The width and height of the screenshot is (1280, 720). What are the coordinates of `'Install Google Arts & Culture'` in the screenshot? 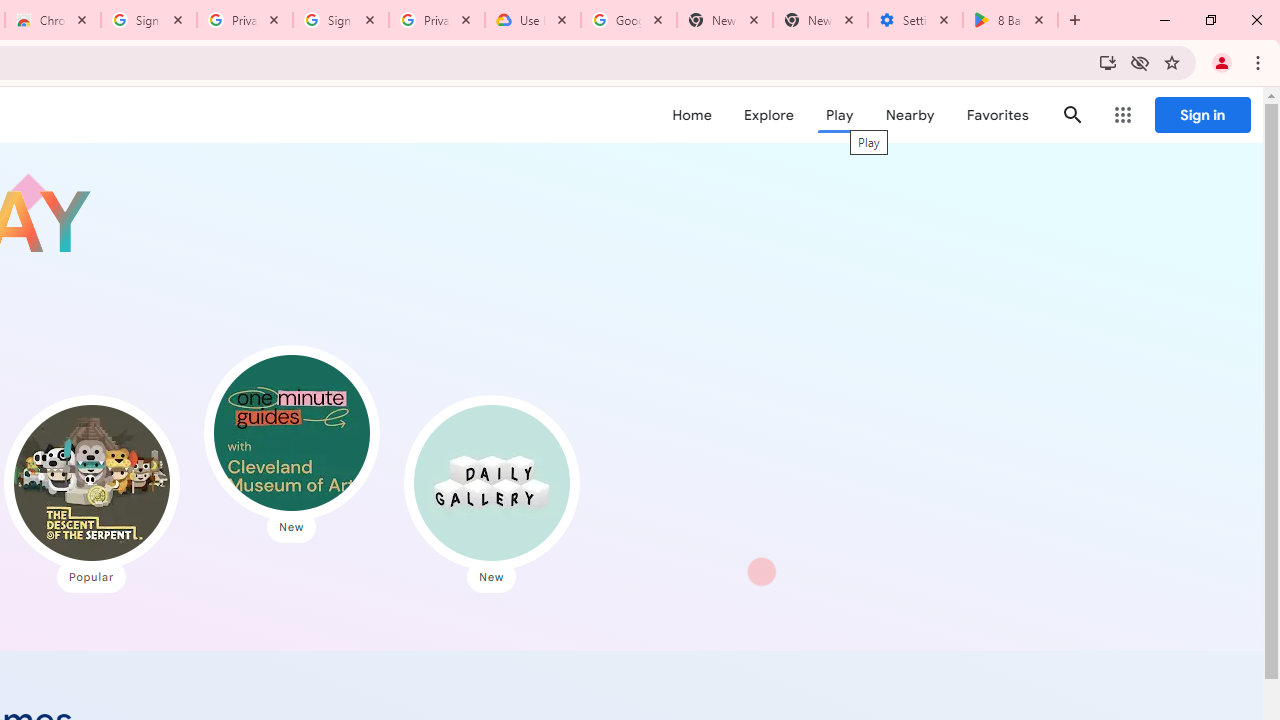 It's located at (1106, 61).